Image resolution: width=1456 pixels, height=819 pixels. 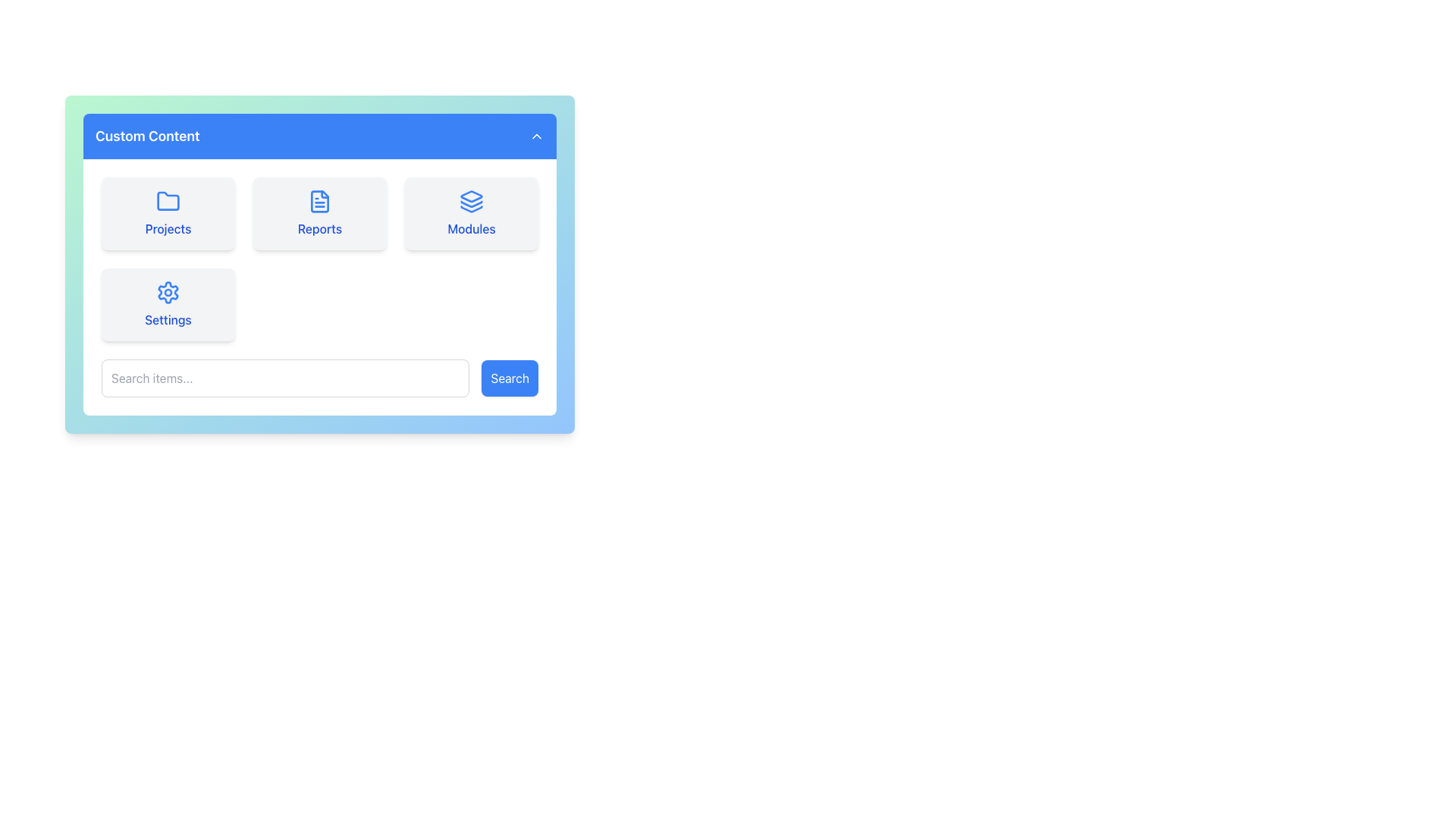 I want to click on the blue folder icon located centrally within the 'Projects' option box at the top section of the card, so click(x=168, y=201).